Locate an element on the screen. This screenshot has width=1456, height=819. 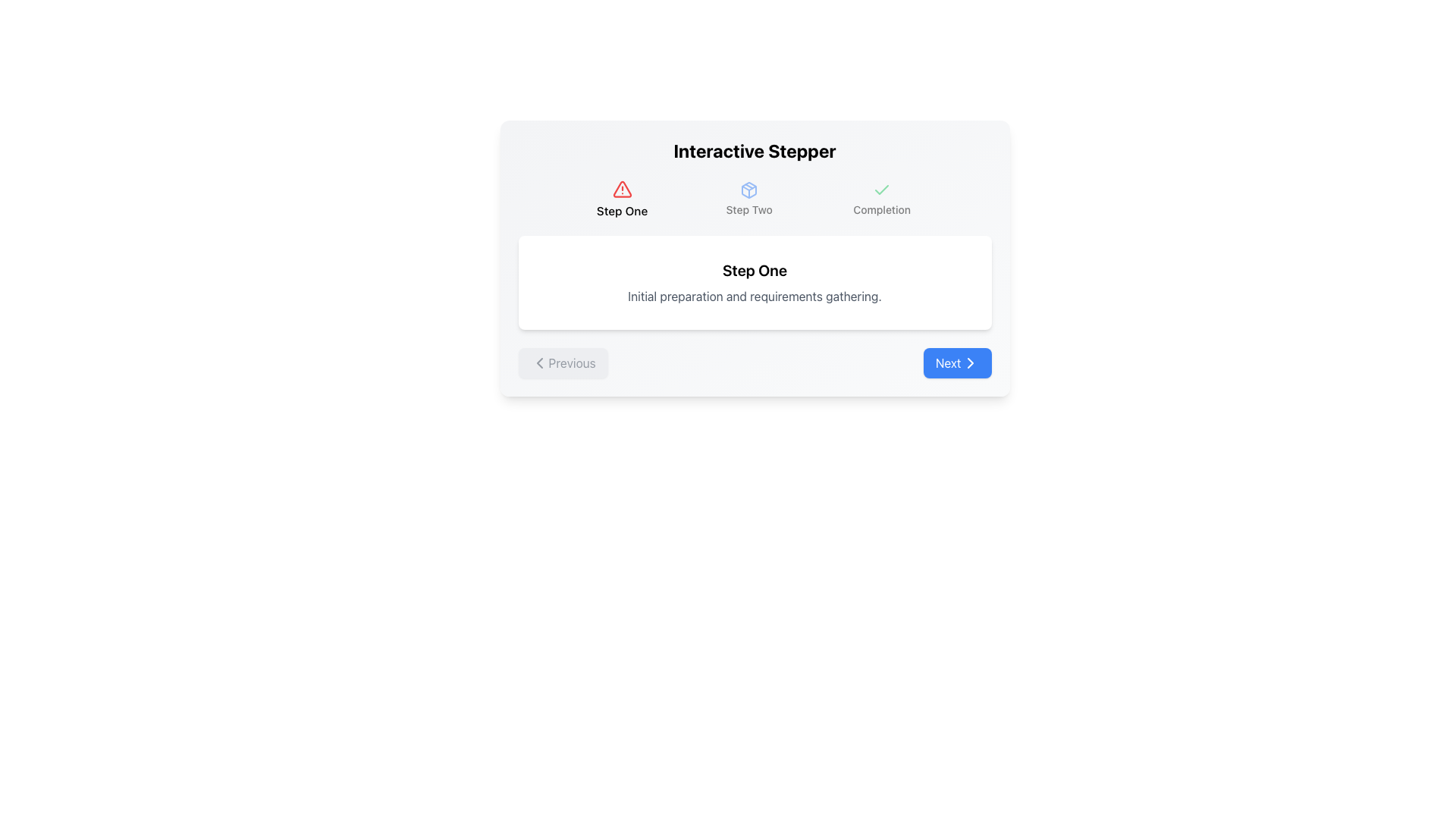
the static step indicator representing the second step in the stepper interface is located at coordinates (749, 198).